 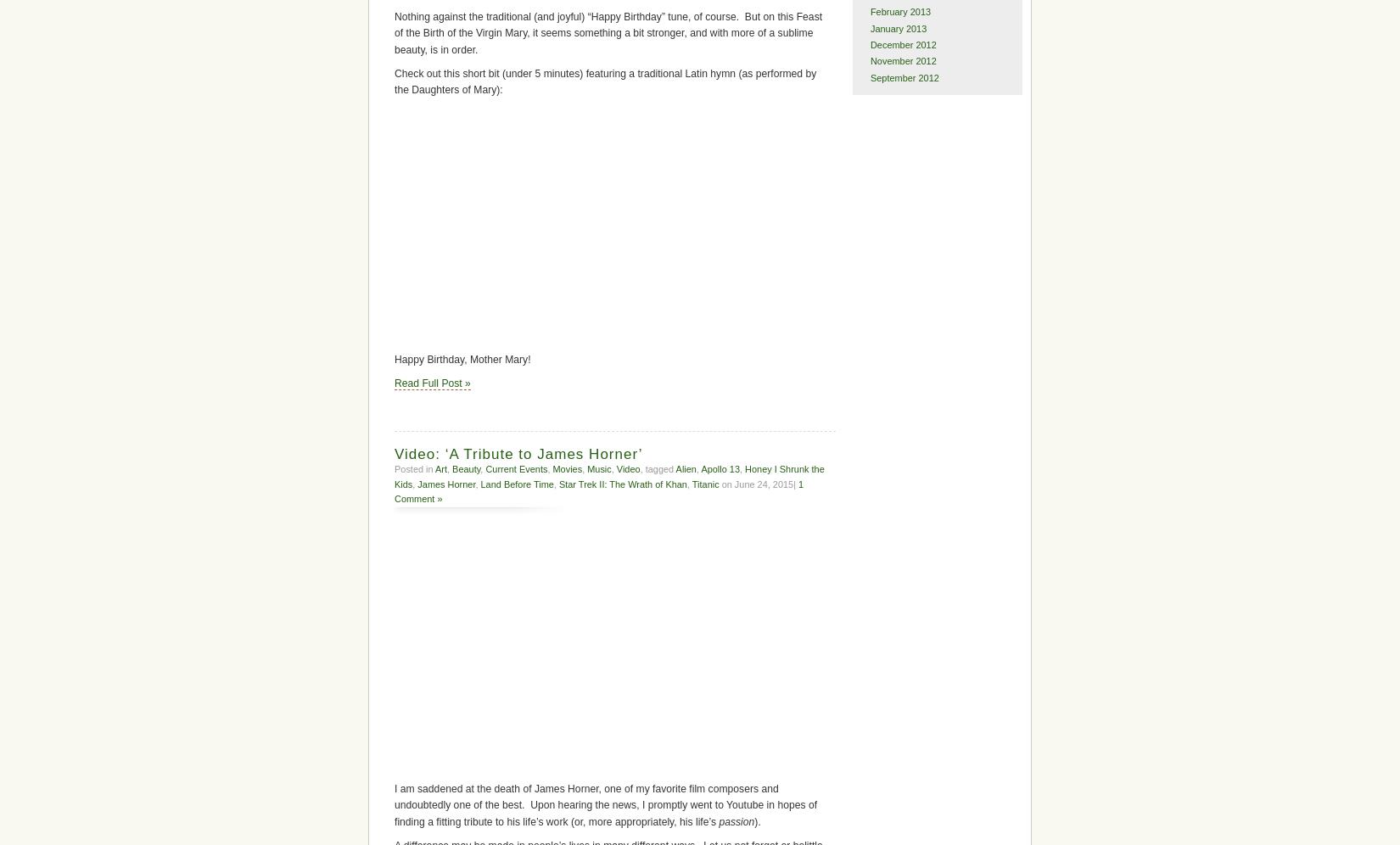 What do you see at coordinates (393, 475) in the screenshot?
I see `'Honey I Shrunk the Kids'` at bounding box center [393, 475].